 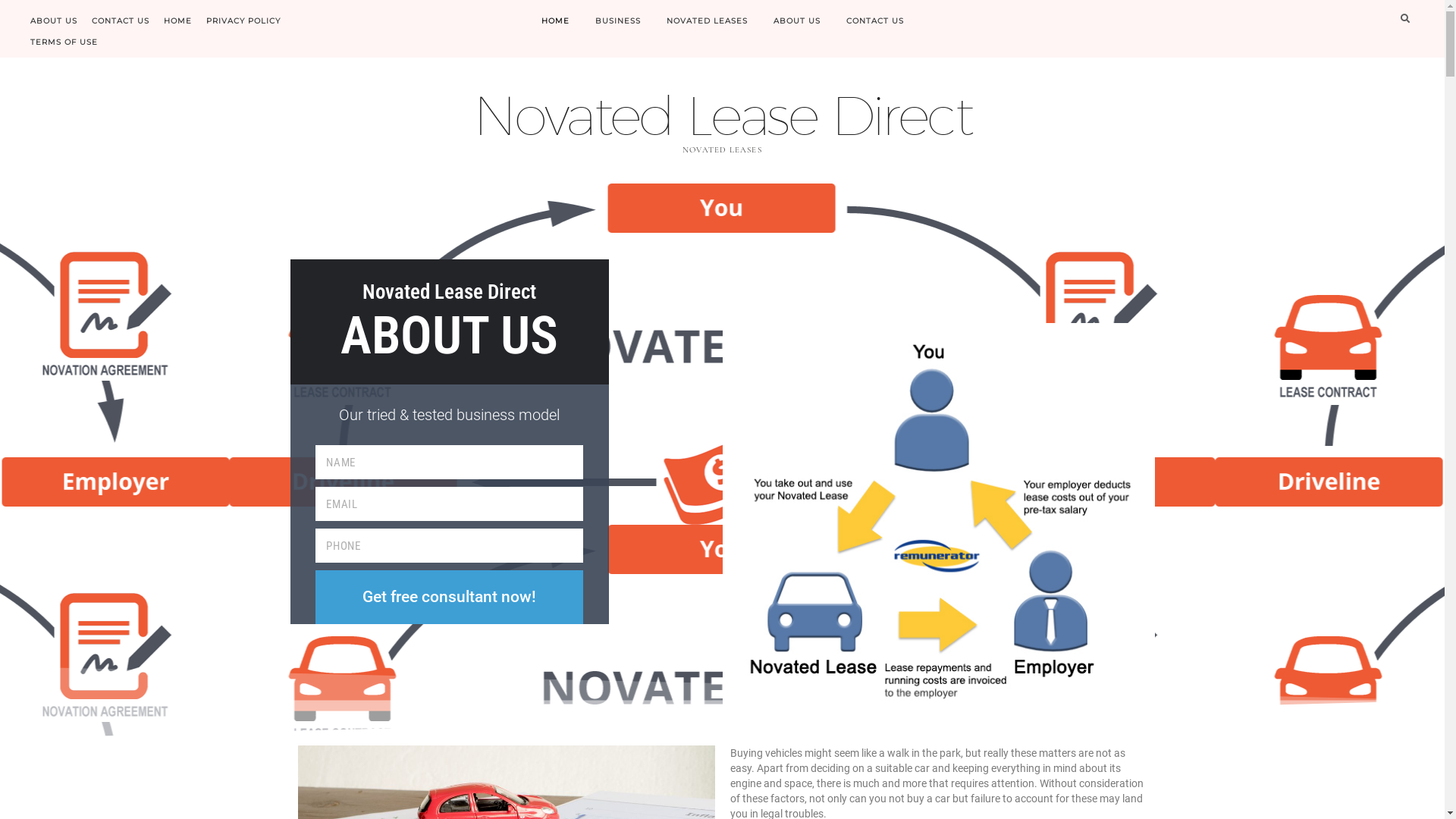 What do you see at coordinates (119, 17) in the screenshot?
I see `'CONTACT US'` at bounding box center [119, 17].